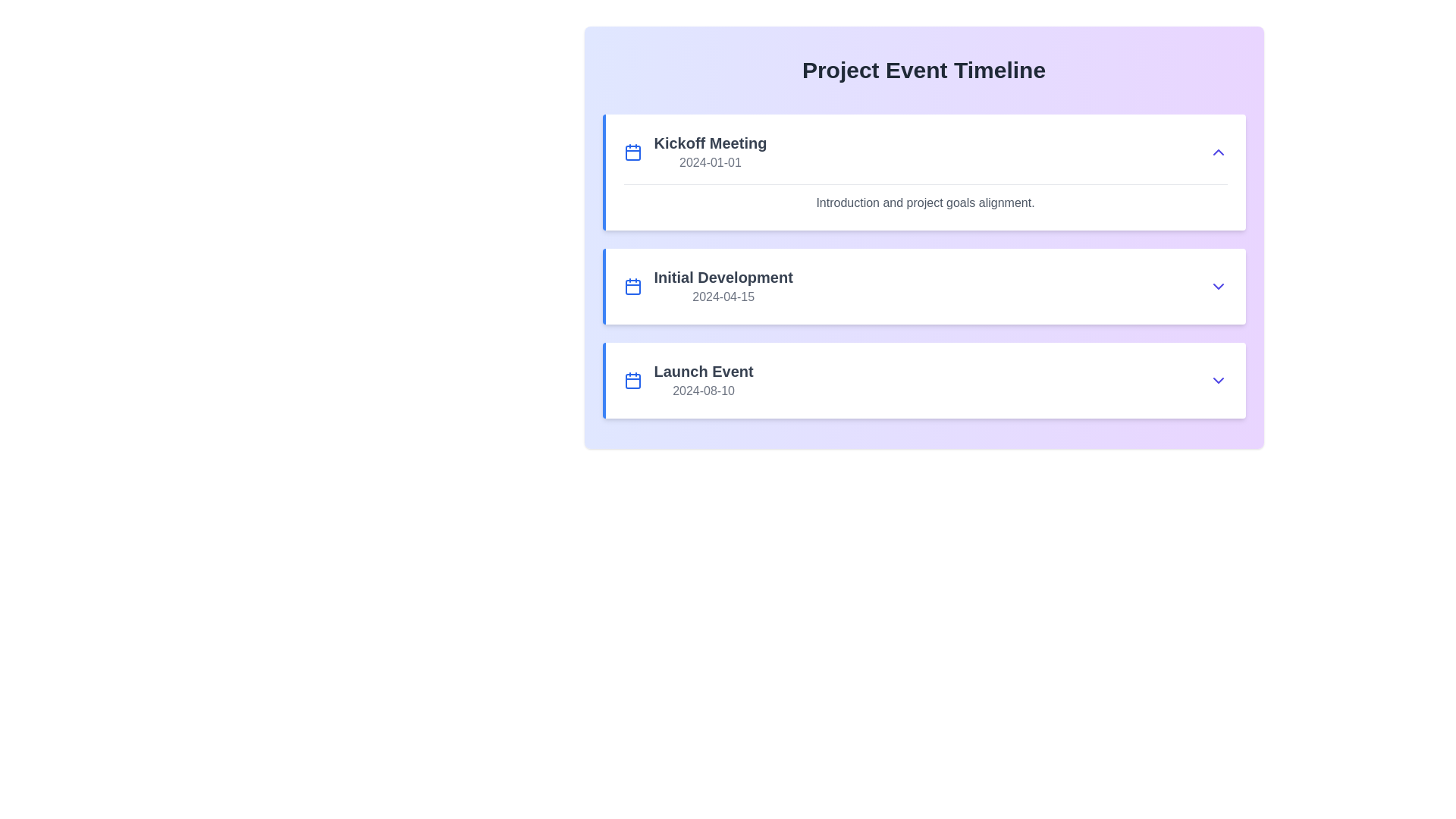 This screenshot has width=1456, height=819. I want to click on the calendar icon located to the left of the text 'Kickoff Meeting 2024-01-01' in the top event card of the timeline component, so click(632, 152).